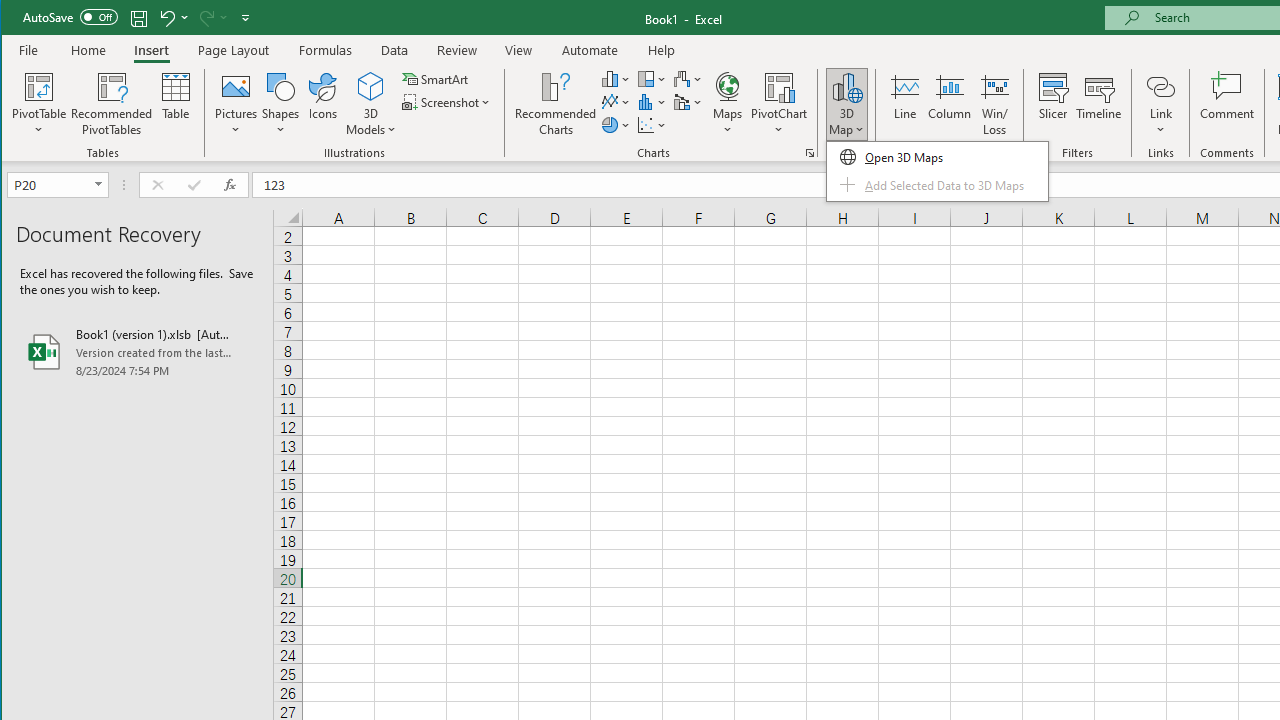  Describe the element at coordinates (39, 104) in the screenshot. I see `'PivotTable'` at that location.